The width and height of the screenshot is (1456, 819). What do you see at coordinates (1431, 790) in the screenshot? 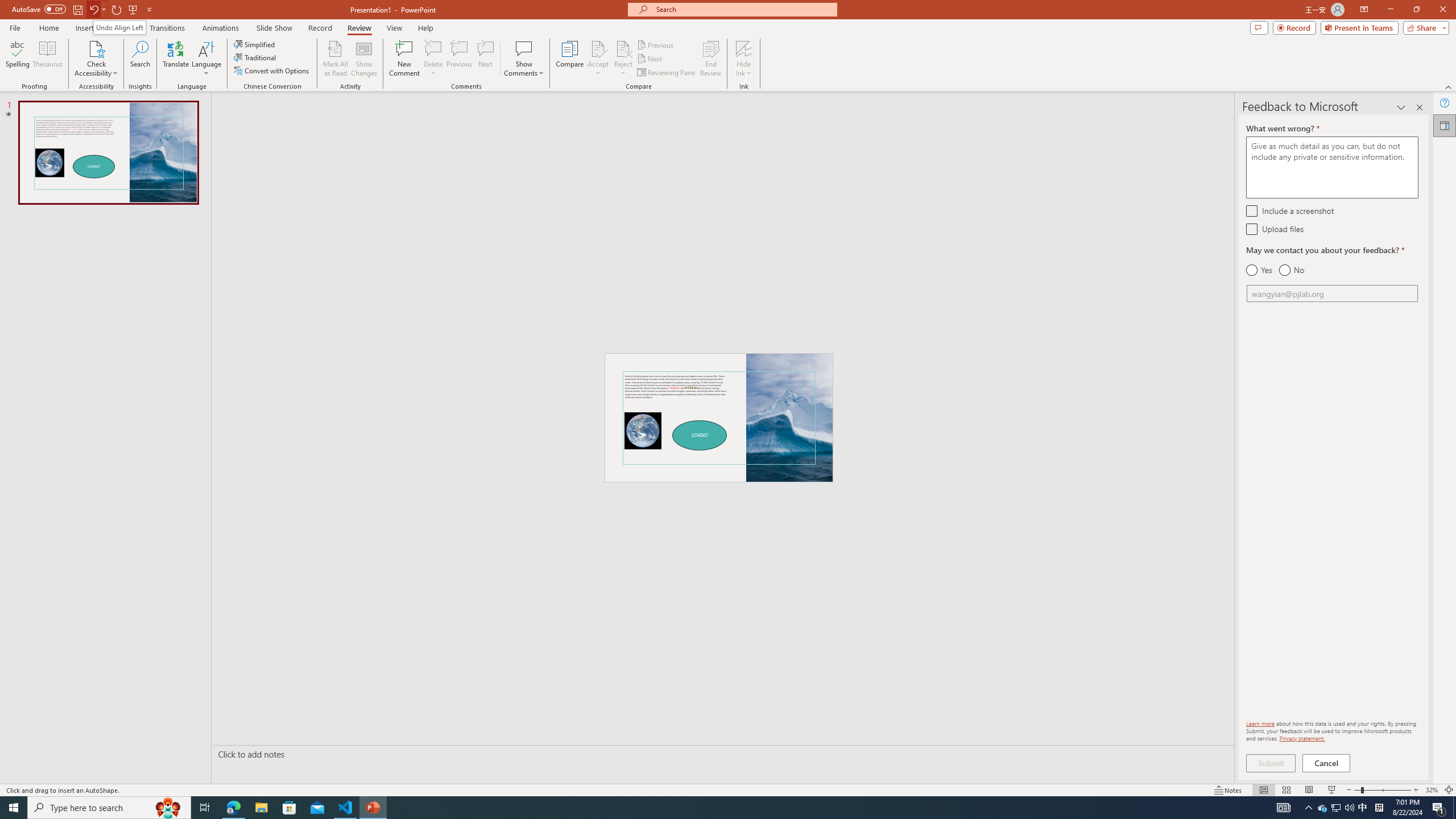
I see `'Zoom 32%'` at bounding box center [1431, 790].